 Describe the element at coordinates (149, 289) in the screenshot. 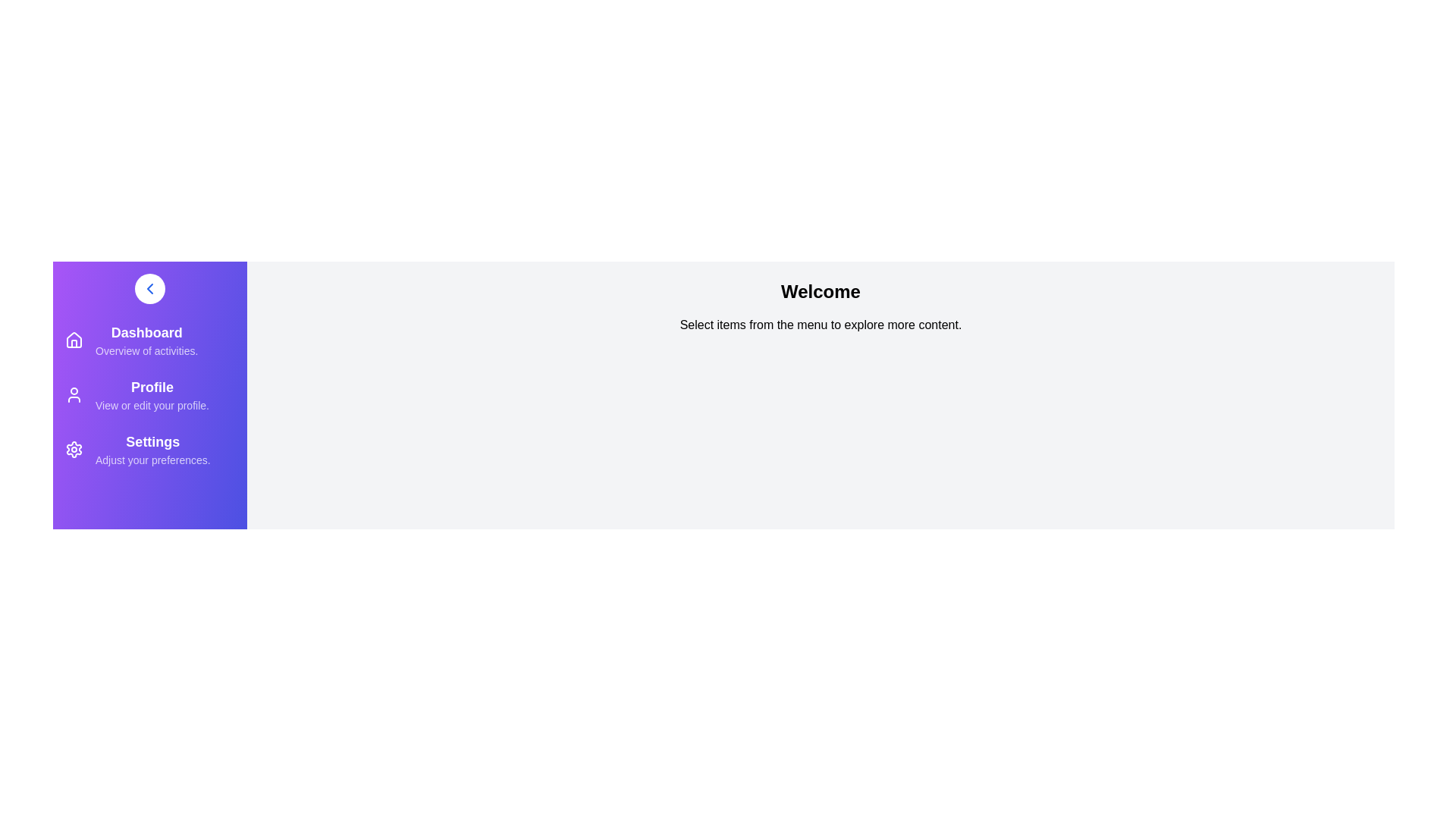

I see `toggle button to change the sidebar's state` at that location.